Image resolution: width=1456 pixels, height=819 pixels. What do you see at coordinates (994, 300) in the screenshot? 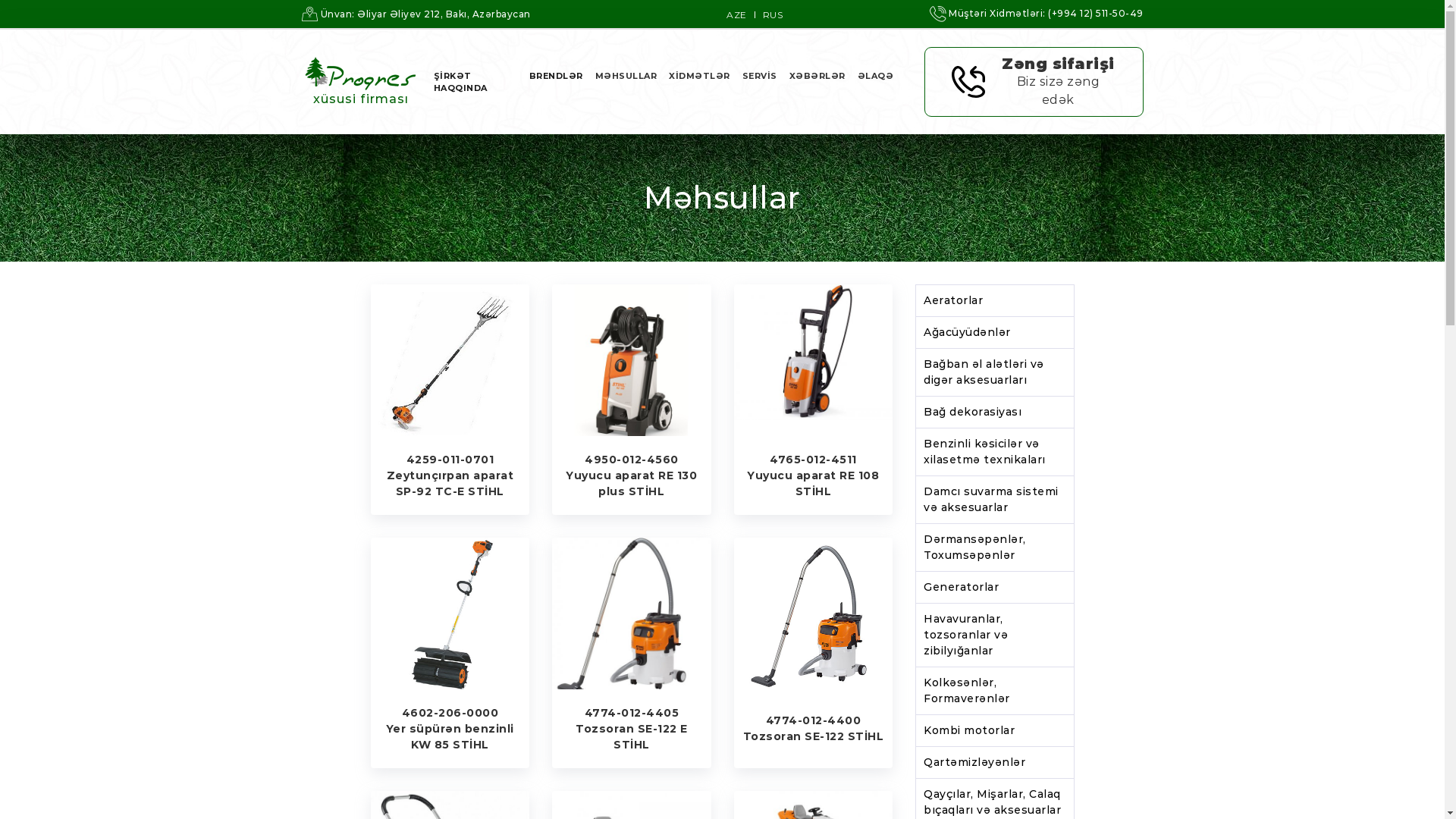
I see `'Aeratorlar'` at bounding box center [994, 300].